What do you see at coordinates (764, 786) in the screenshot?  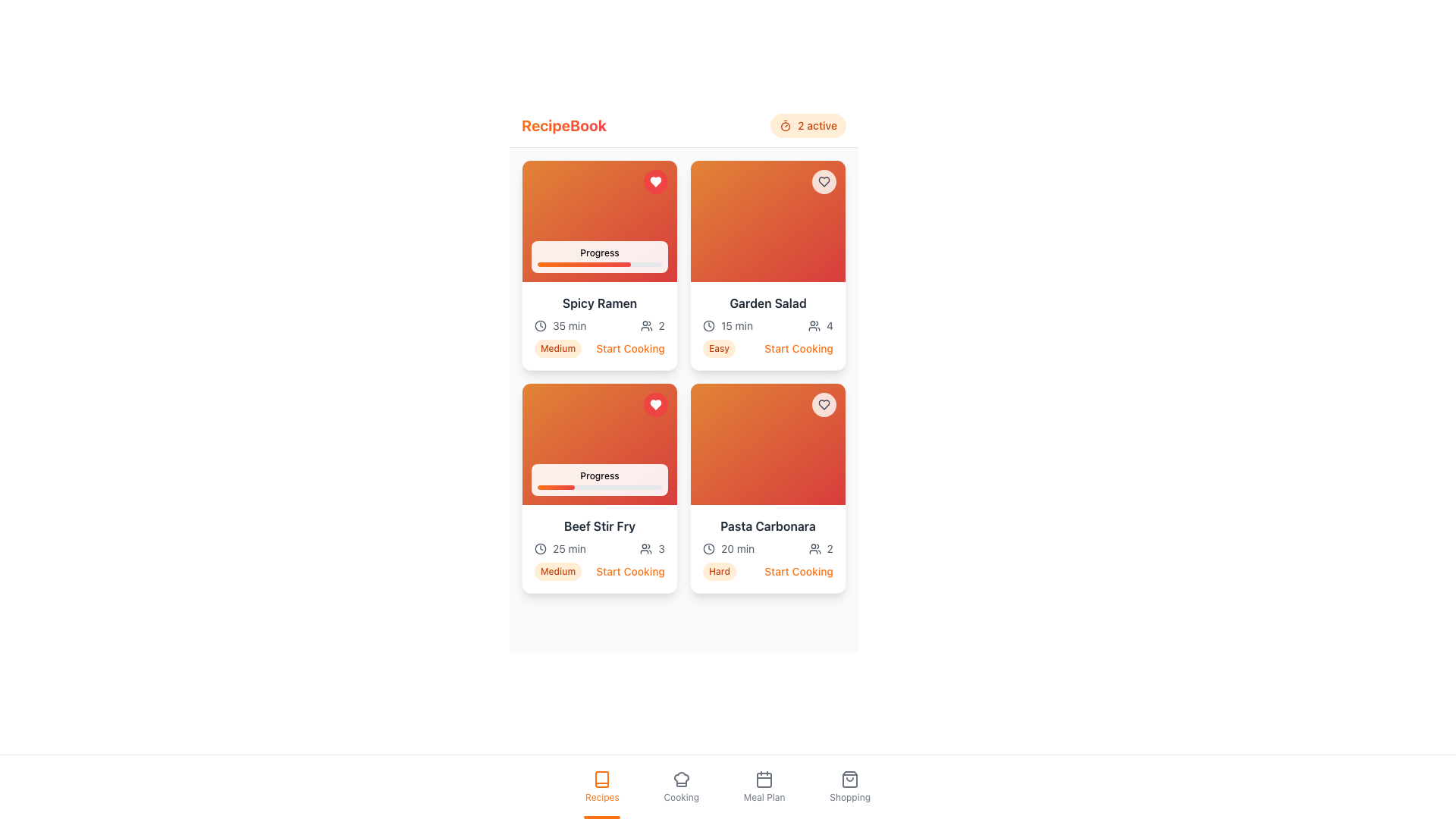 I see `the 'Meal Plan' button, which features a calendar icon and gray text, located in the bottom navigation bar between 'Cooking' and 'Shopping'` at bounding box center [764, 786].